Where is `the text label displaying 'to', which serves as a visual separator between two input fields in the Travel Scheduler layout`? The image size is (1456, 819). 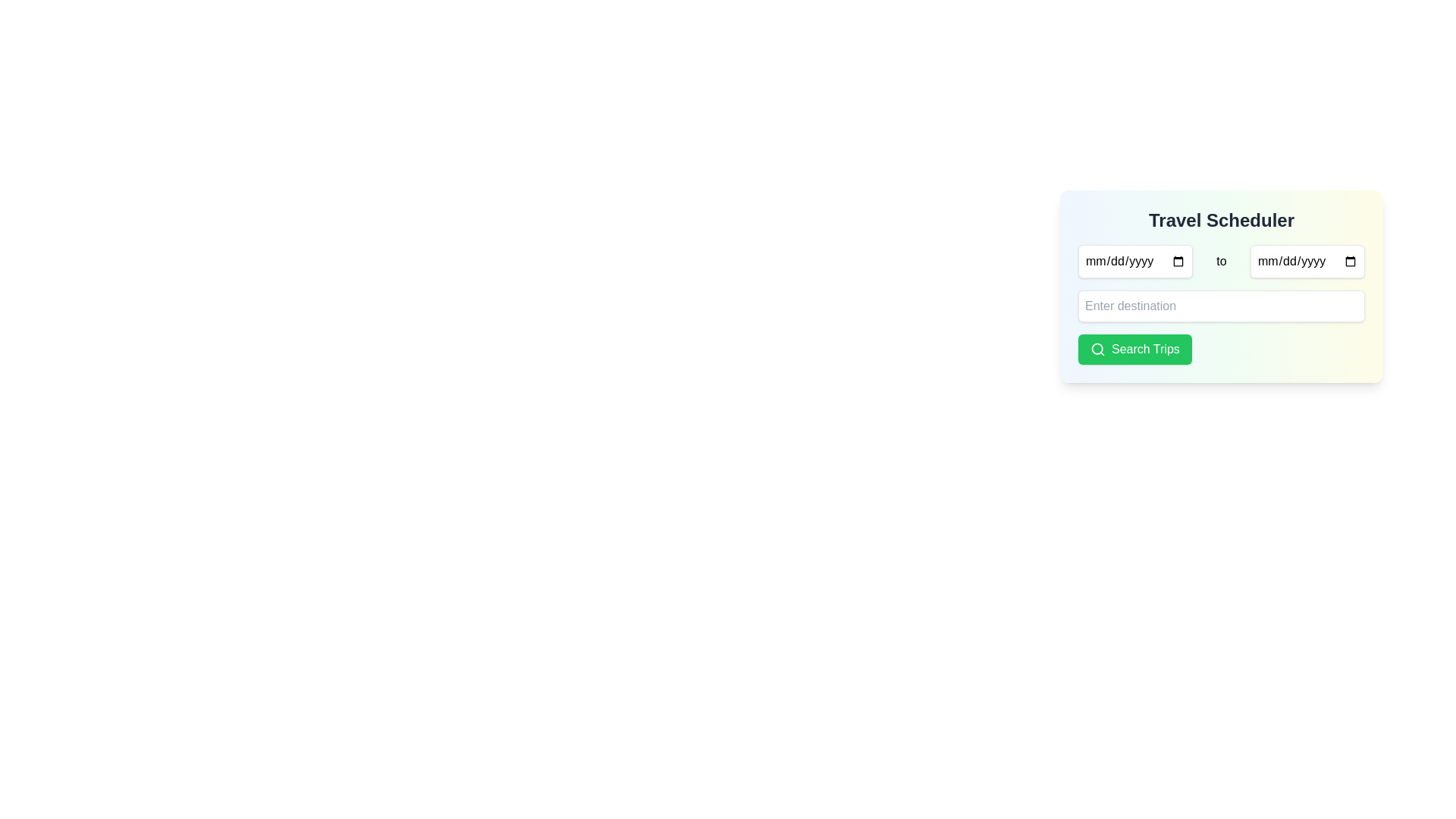
the text label displaying 'to', which serves as a visual separator between two input fields in the Travel Scheduler layout is located at coordinates (1222, 260).